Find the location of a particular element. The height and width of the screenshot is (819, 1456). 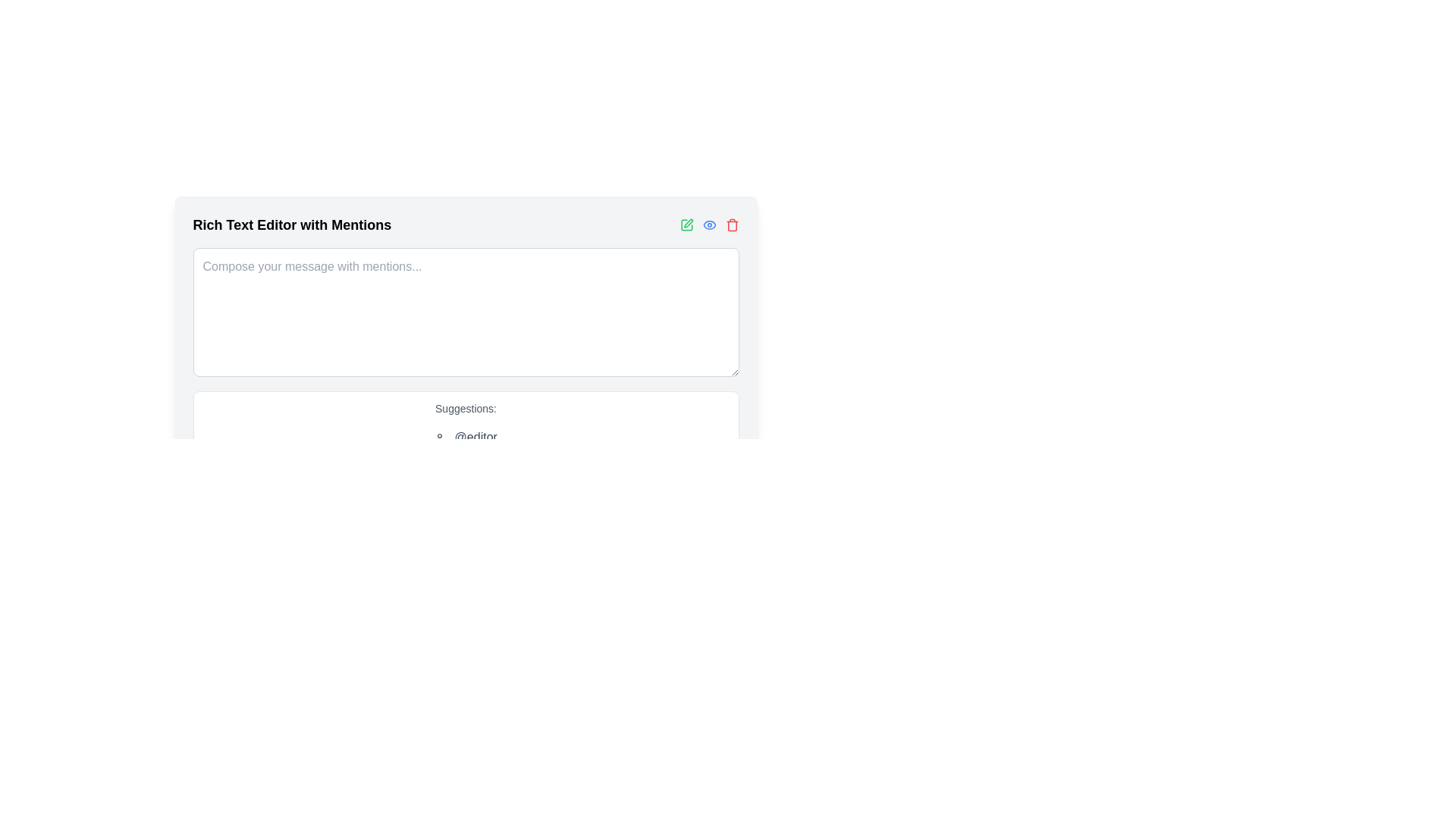

the delete icon located at the top-right area above the 'Rich Text Editor with Mentions' input field is located at coordinates (732, 225).